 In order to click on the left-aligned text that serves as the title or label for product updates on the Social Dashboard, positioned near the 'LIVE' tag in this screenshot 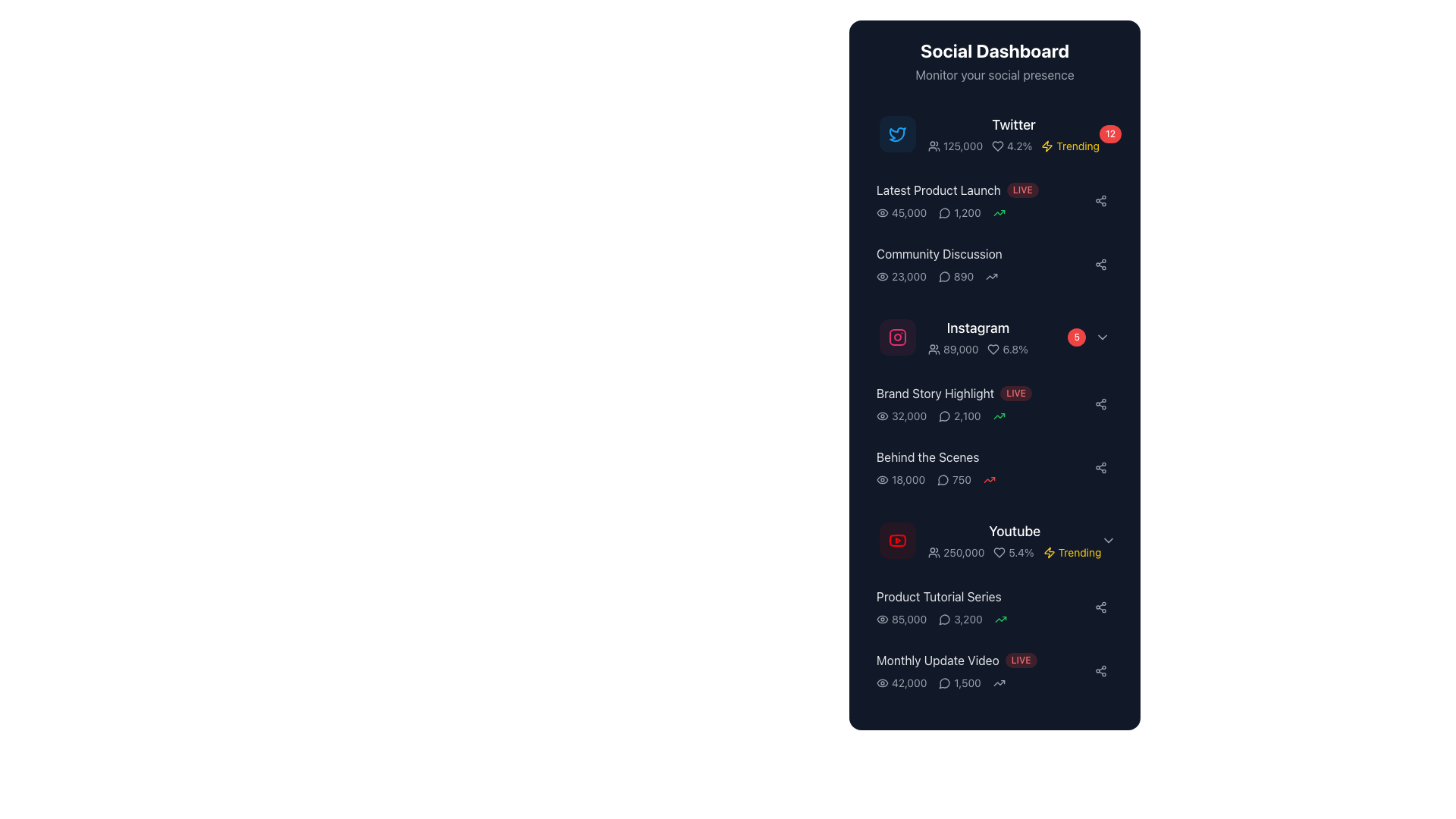, I will do `click(937, 189)`.